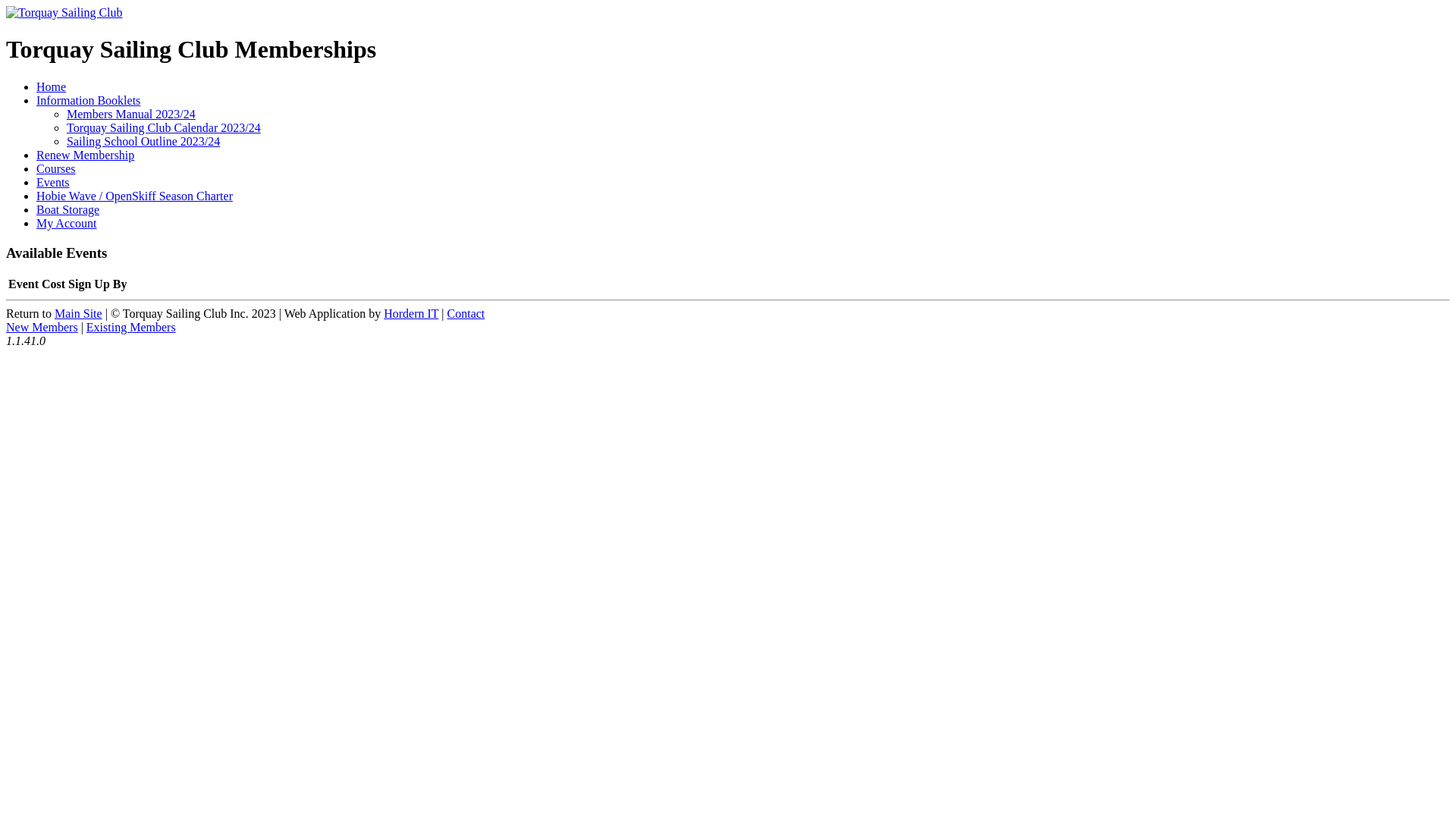 This screenshot has height=819, width=1456. Describe the element at coordinates (65, 113) in the screenshot. I see `'Members Manual 2023/24'` at that location.